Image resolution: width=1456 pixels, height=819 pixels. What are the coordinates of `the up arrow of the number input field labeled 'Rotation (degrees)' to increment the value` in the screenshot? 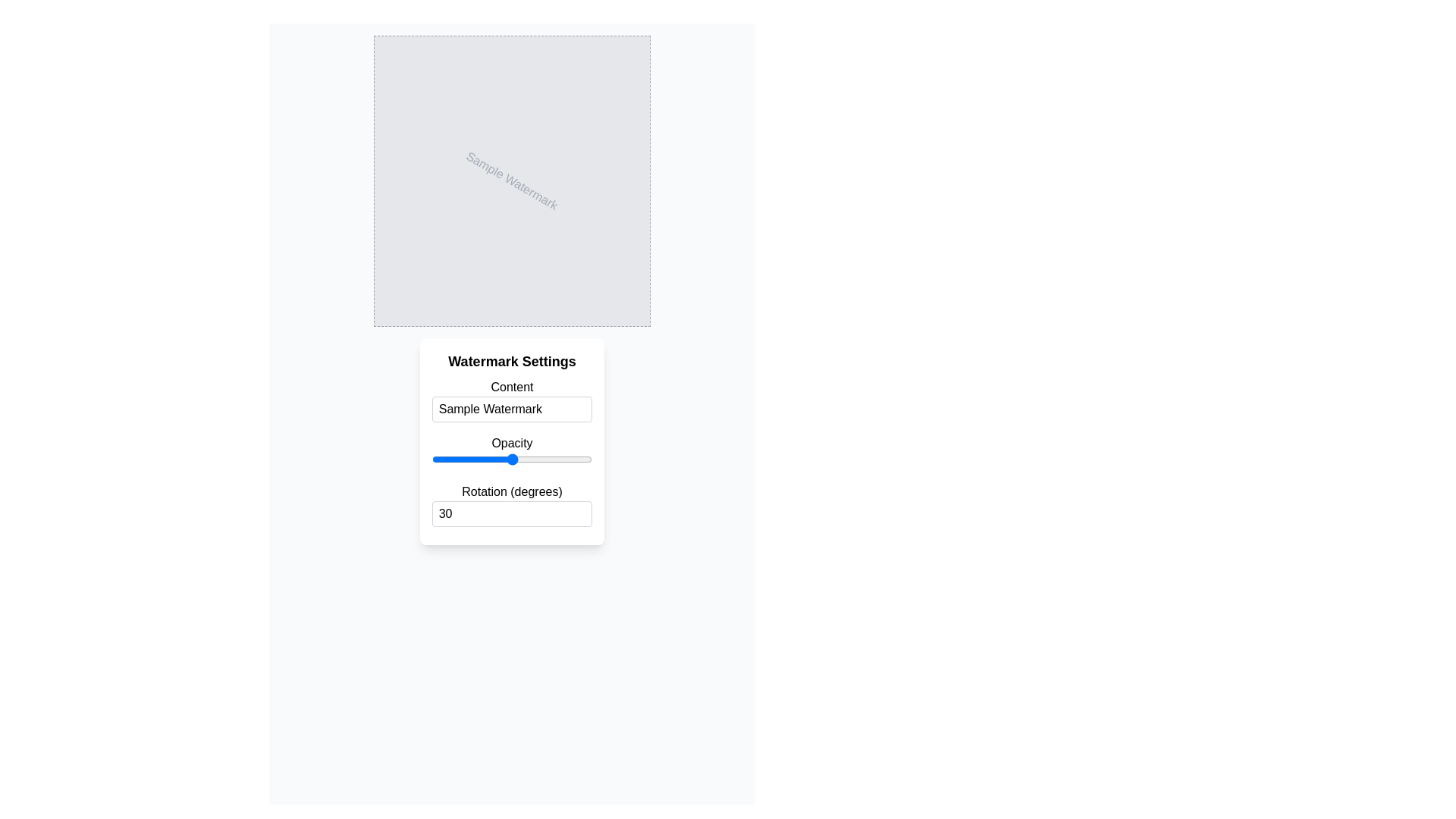 It's located at (512, 505).